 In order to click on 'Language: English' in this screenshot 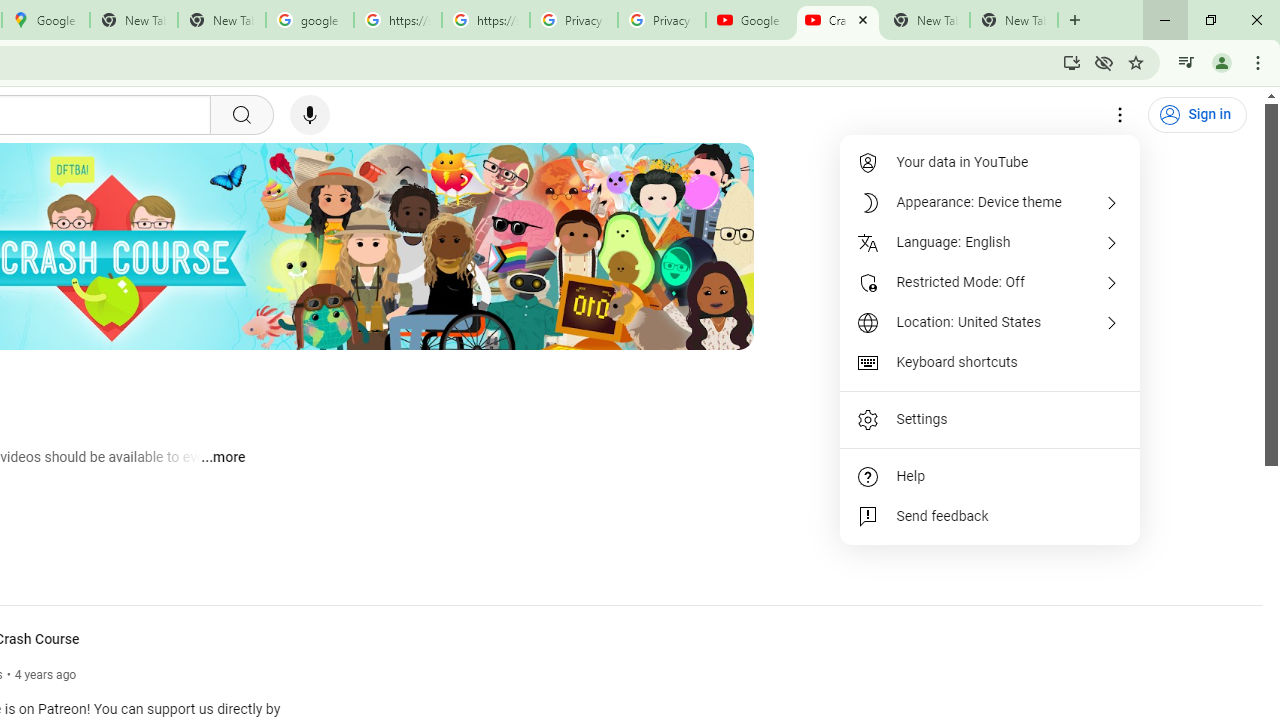, I will do `click(990, 242)`.